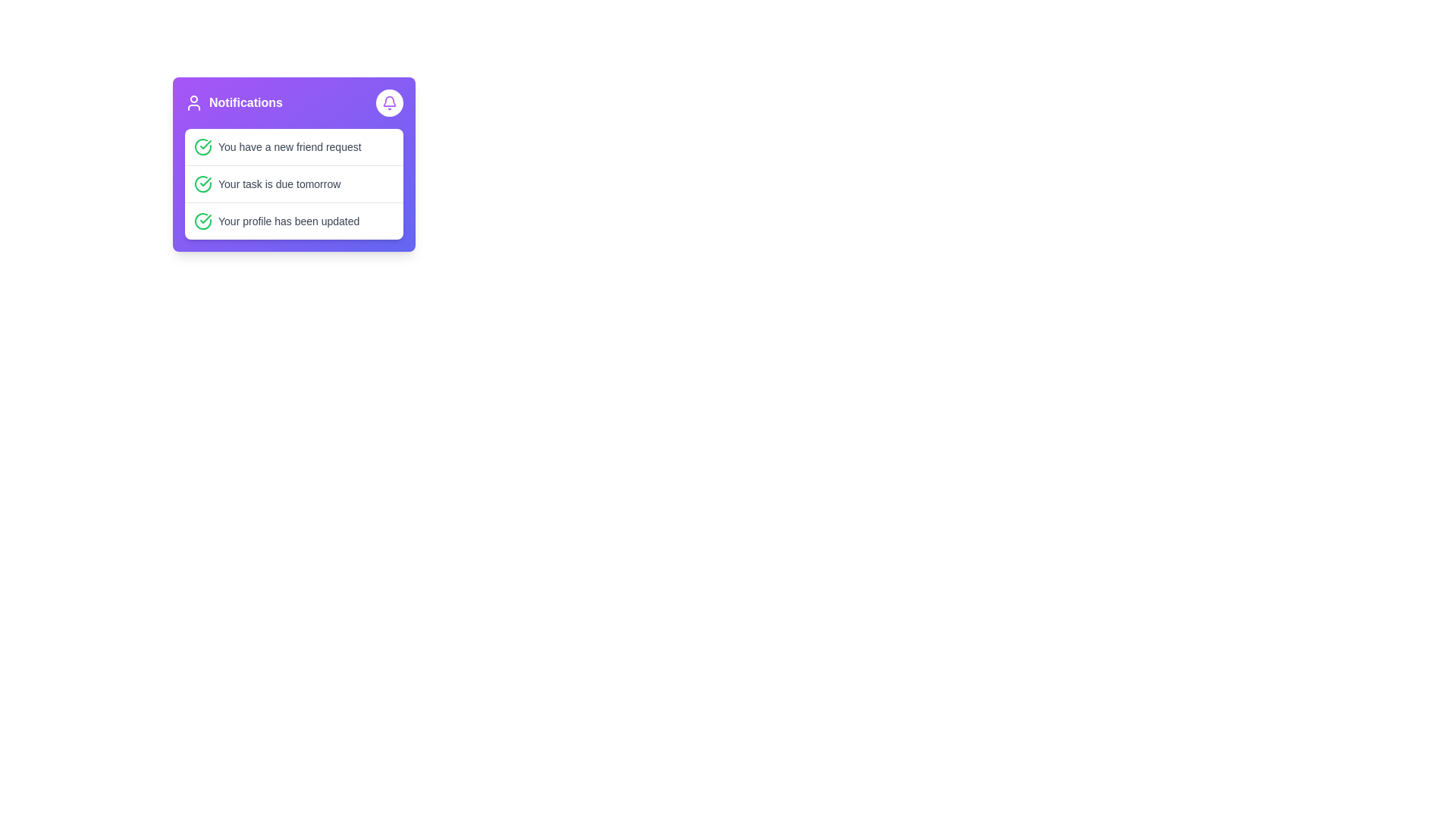 This screenshot has width=1456, height=819. What do you see at coordinates (294, 146) in the screenshot?
I see `text of the first notification item under the 'Notifications' title, which informs the user about a new friend request` at bounding box center [294, 146].